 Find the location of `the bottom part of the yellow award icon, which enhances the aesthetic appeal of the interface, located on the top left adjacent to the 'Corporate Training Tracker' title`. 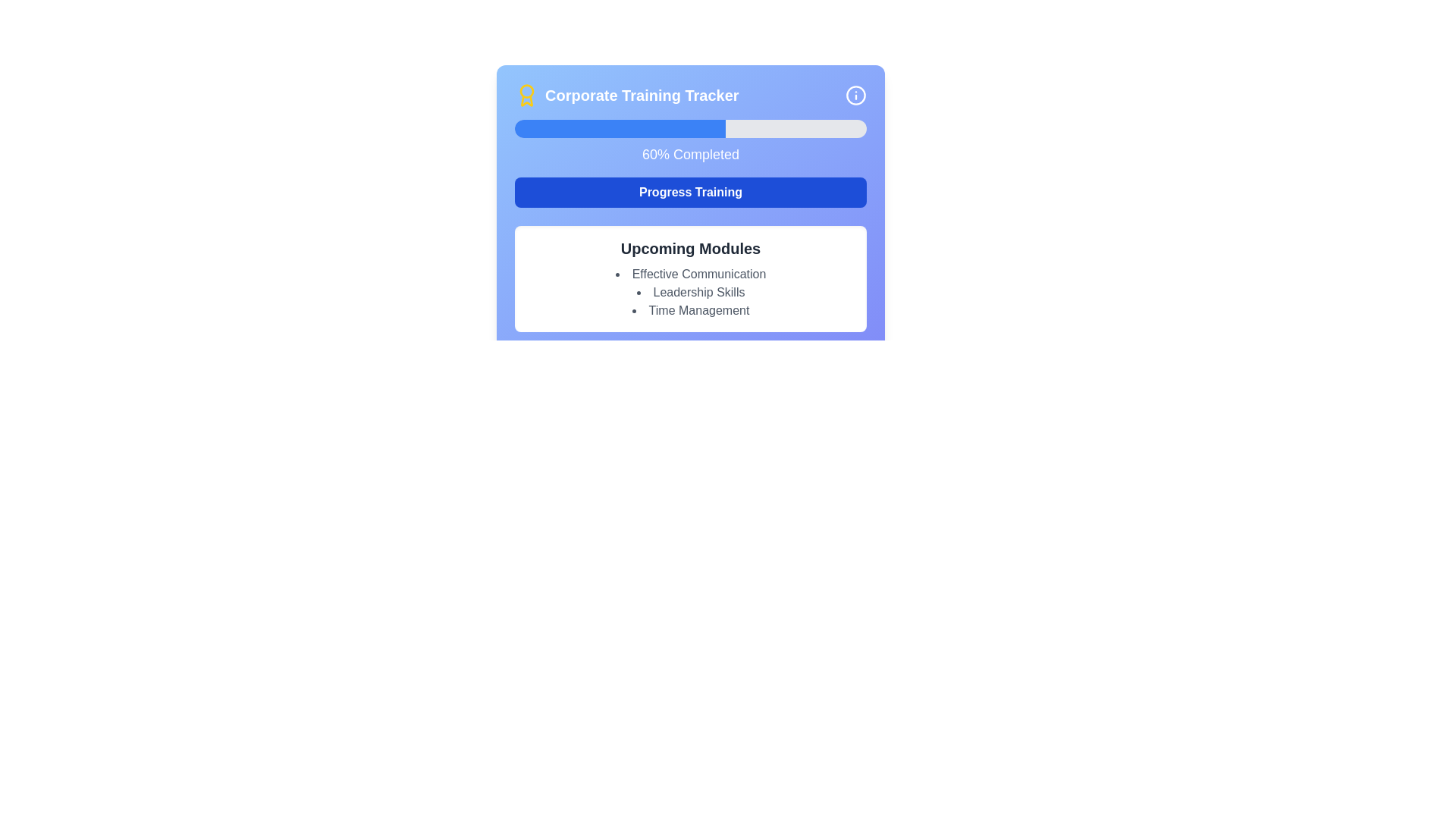

the bottom part of the yellow award icon, which enhances the aesthetic appeal of the interface, located on the top left adjacent to the 'Corporate Training Tracker' title is located at coordinates (527, 101).